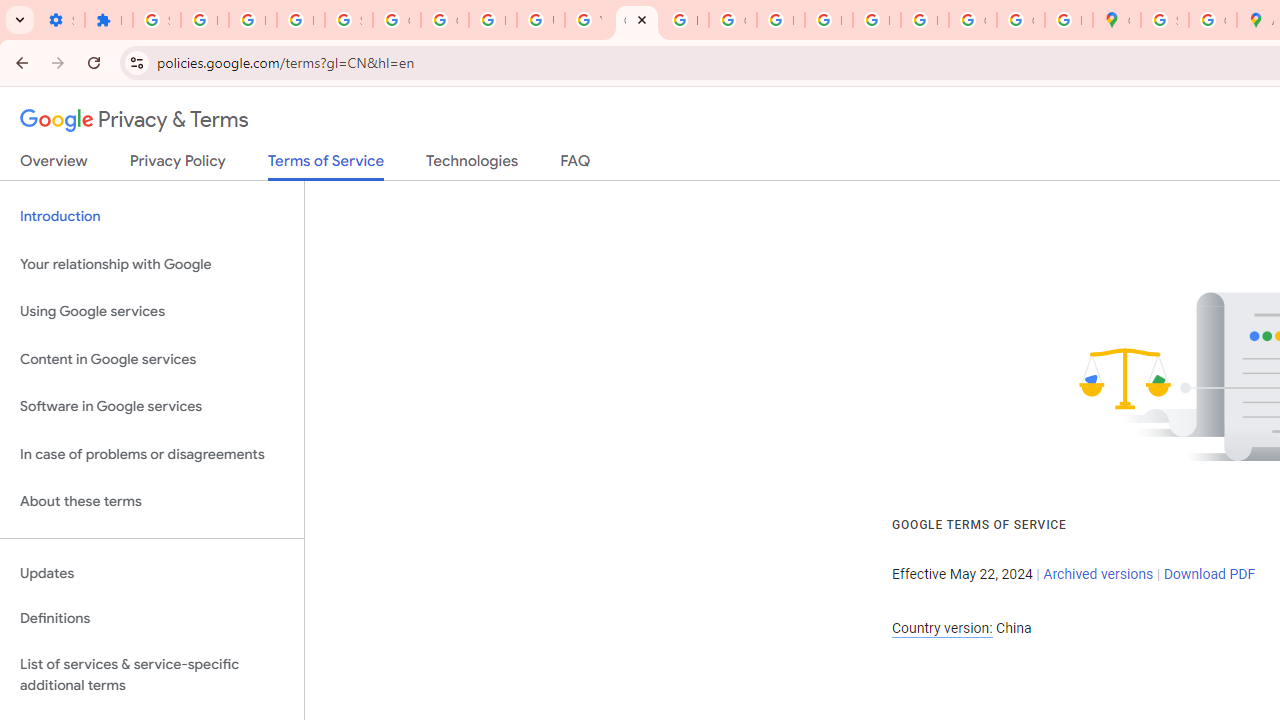  What do you see at coordinates (1097, 574) in the screenshot?
I see `'Archived versions'` at bounding box center [1097, 574].